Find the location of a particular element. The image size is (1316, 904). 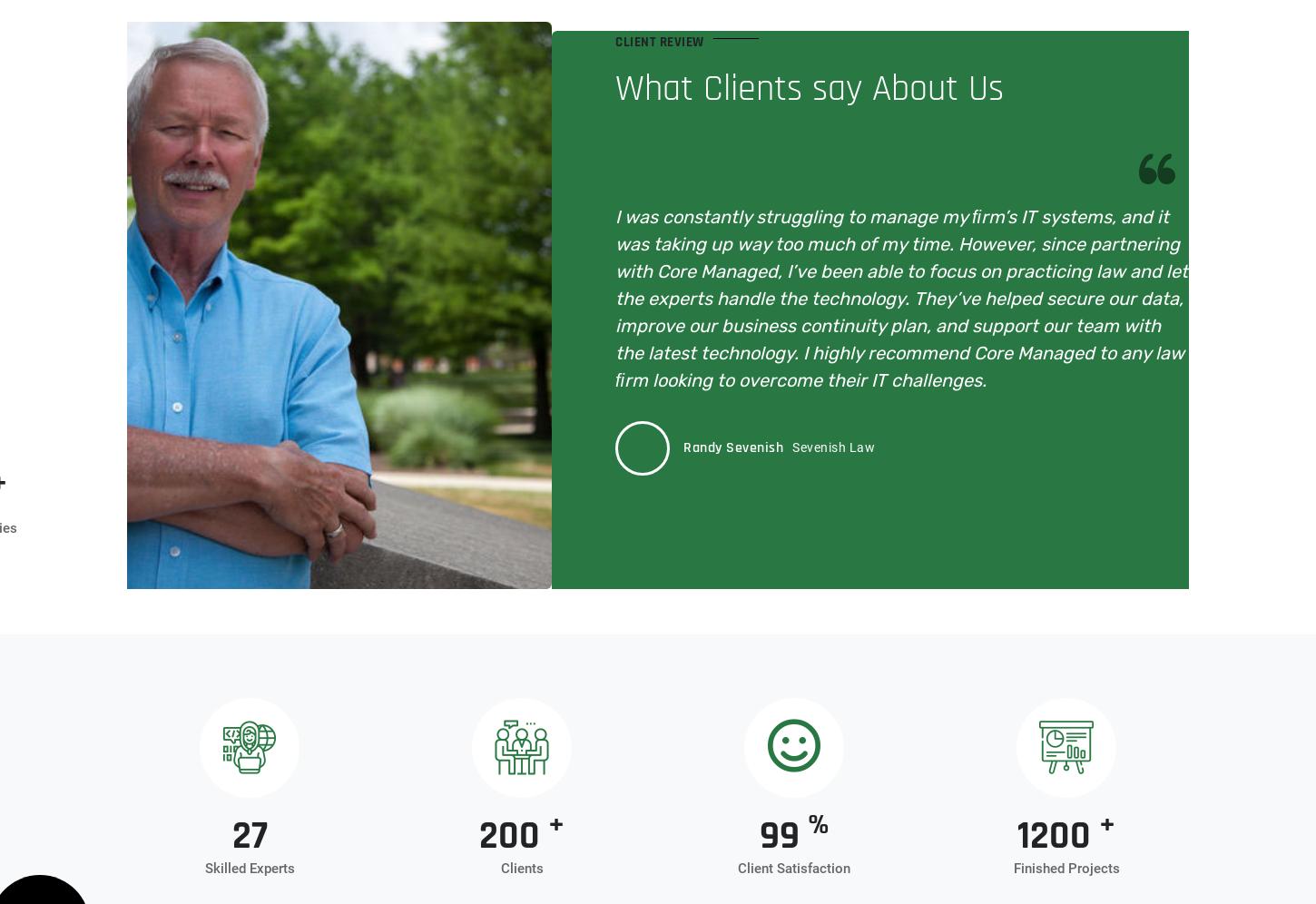

'200' is located at coordinates (513, 836).